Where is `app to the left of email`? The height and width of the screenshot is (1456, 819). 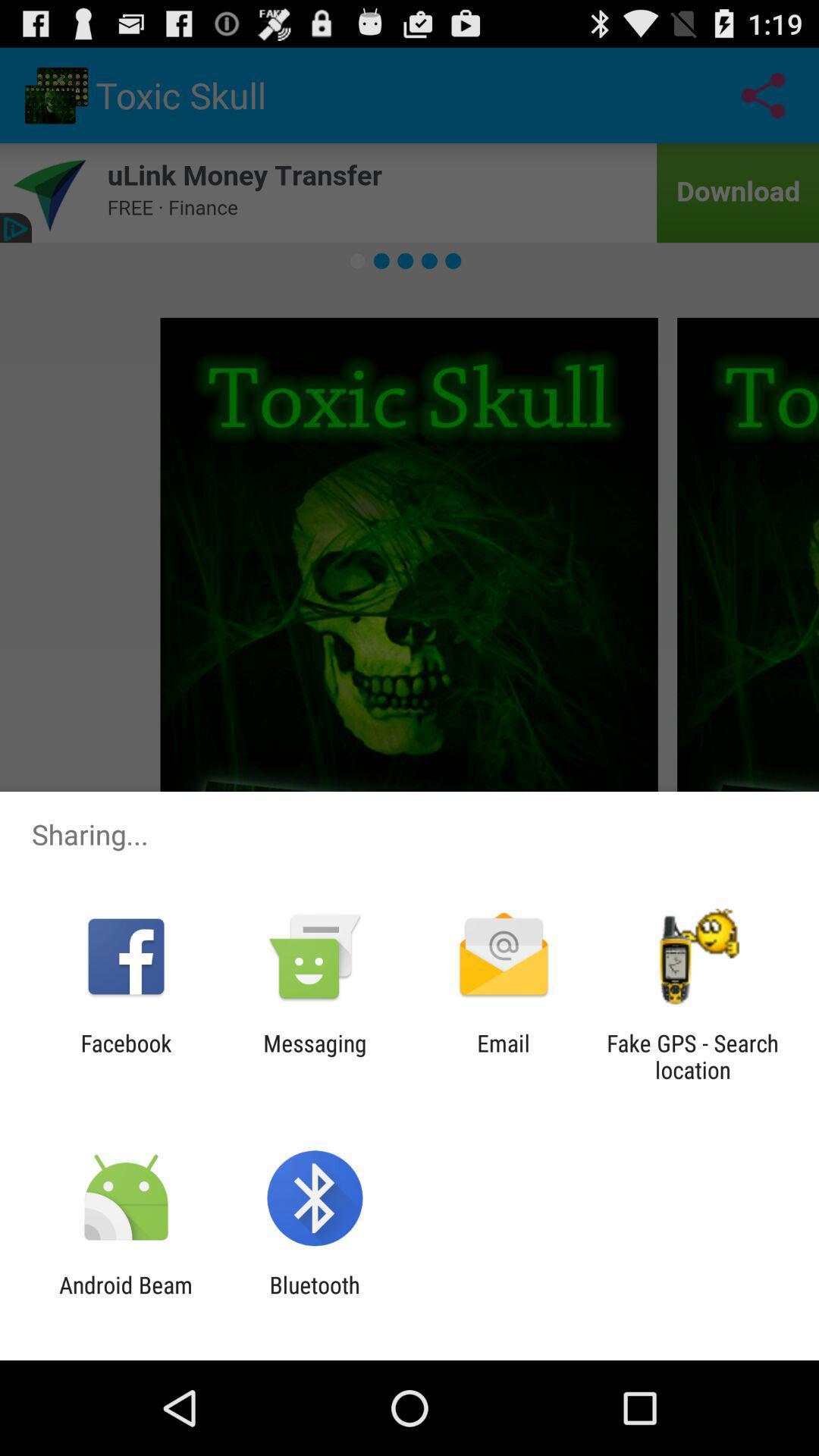
app to the left of email is located at coordinates (314, 1056).